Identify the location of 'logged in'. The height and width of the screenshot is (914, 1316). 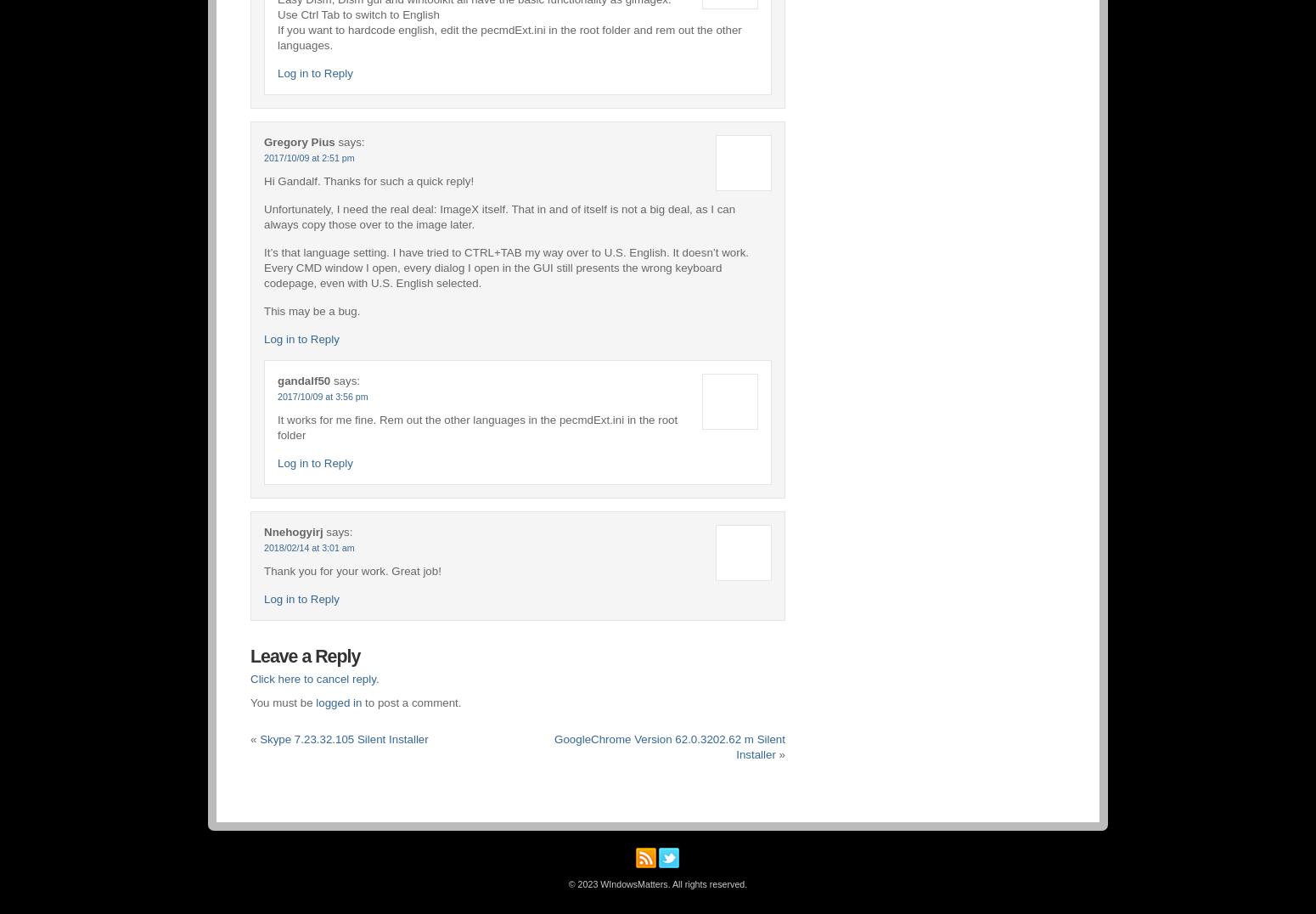
(338, 702).